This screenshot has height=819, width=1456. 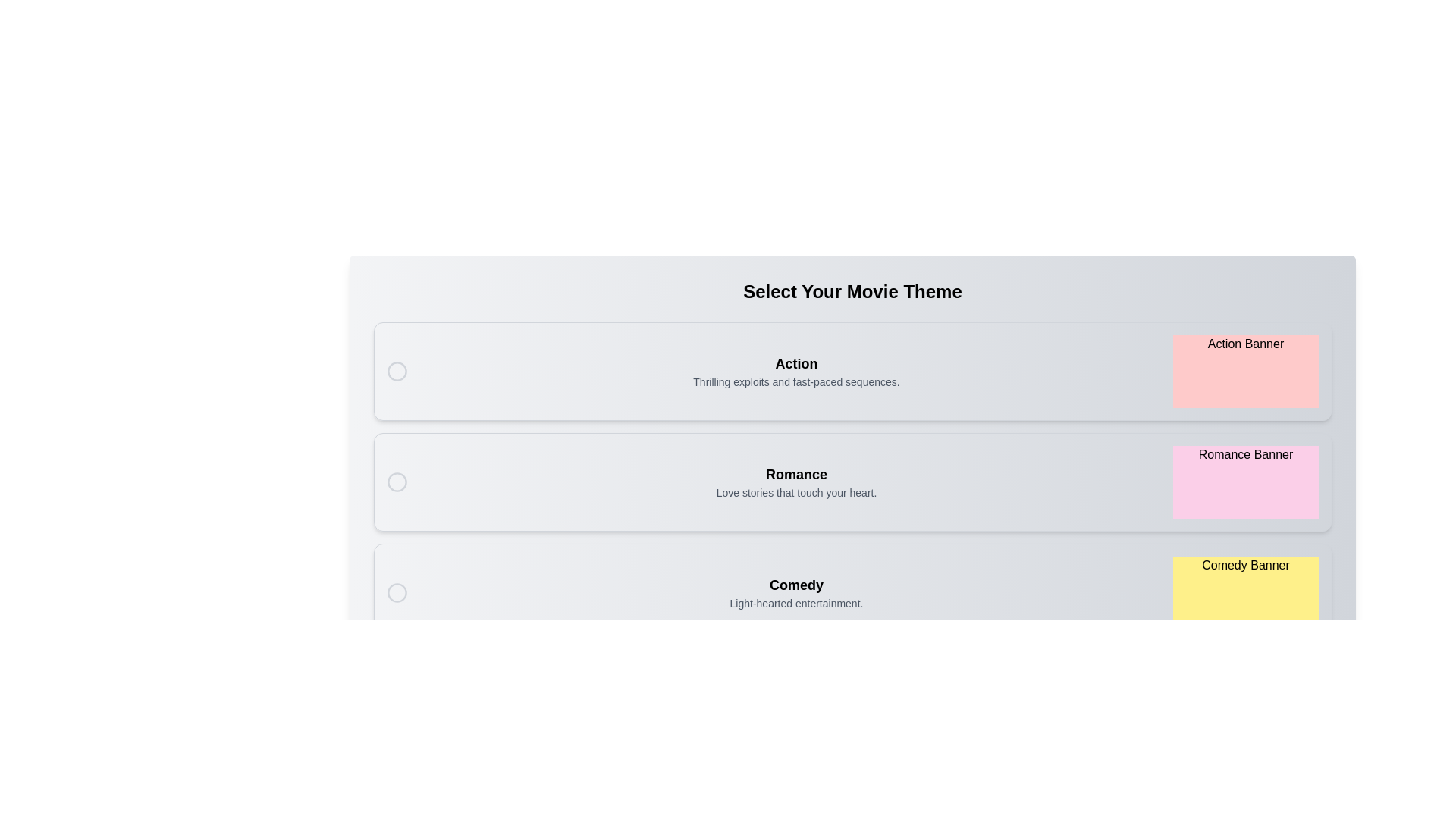 What do you see at coordinates (795, 473) in the screenshot?
I see `text content of the bold text label 'Romance', which is centrally located in the vertical list of categories` at bounding box center [795, 473].